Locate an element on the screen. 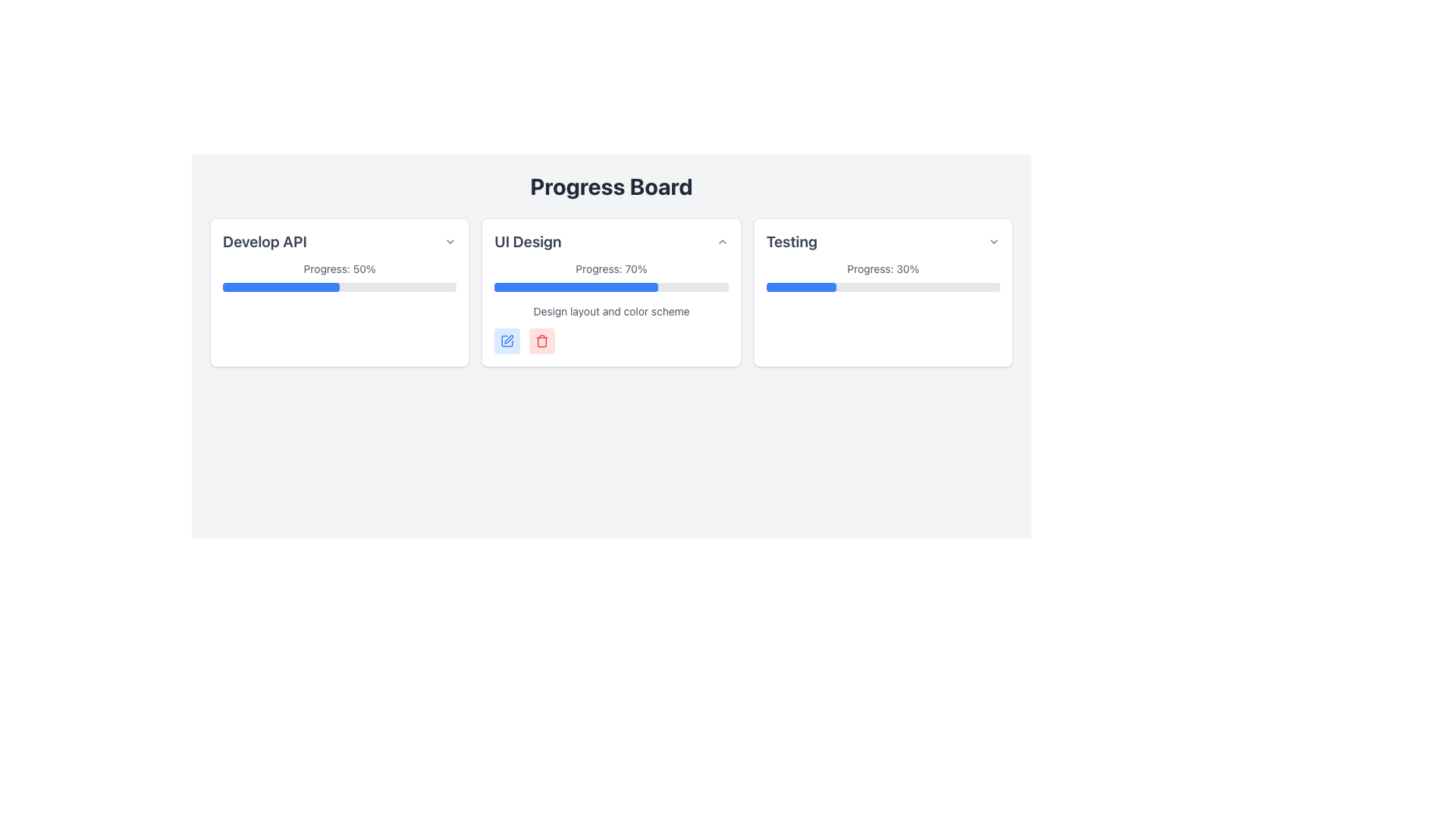 Image resolution: width=1456 pixels, height=819 pixels. the red circular button with a white trash can icon located at the bottom of the 'UI Design' card is located at coordinates (542, 341).